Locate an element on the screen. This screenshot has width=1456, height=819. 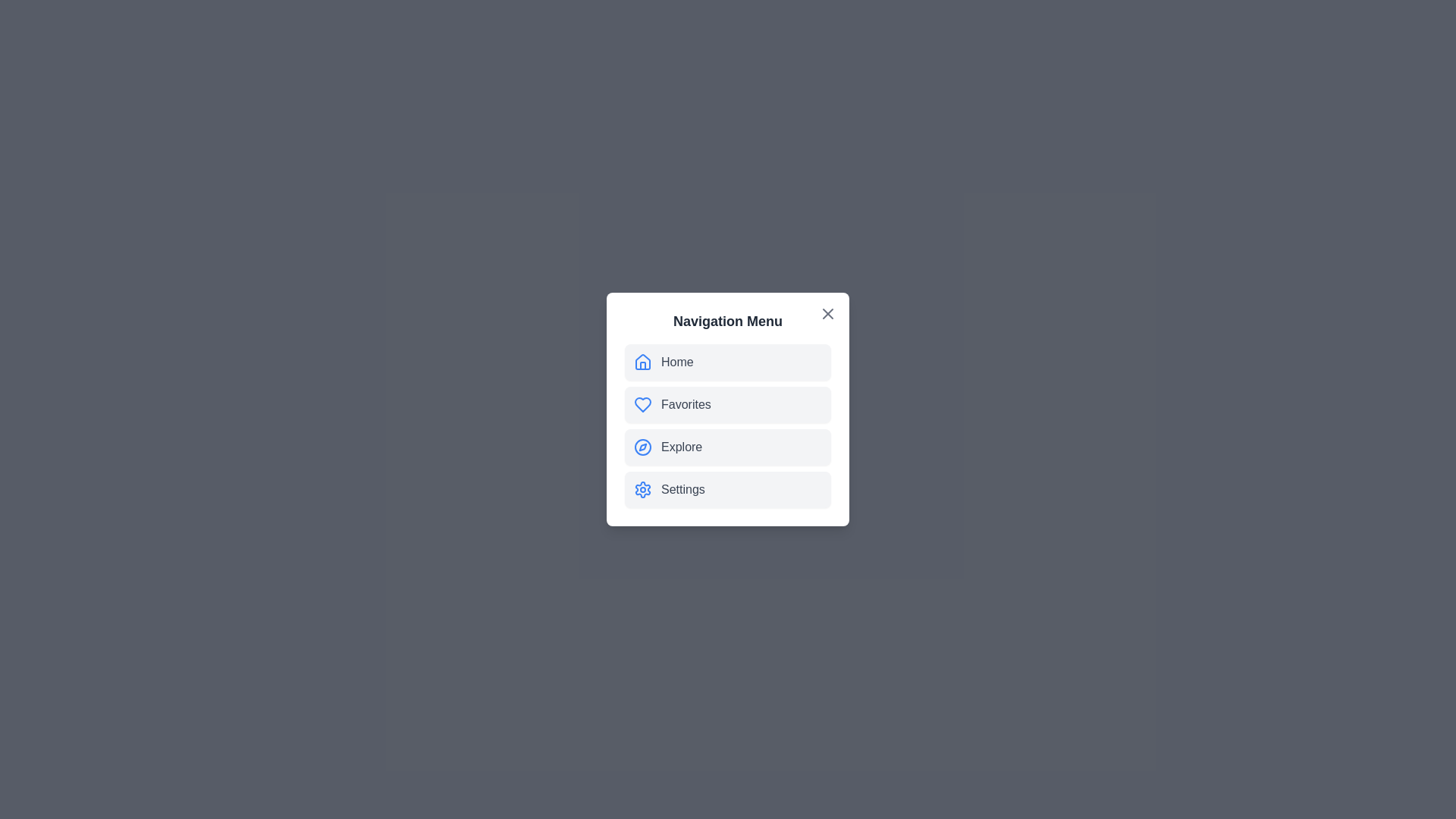
the 'Settings' navigation item in the dialog is located at coordinates (728, 489).